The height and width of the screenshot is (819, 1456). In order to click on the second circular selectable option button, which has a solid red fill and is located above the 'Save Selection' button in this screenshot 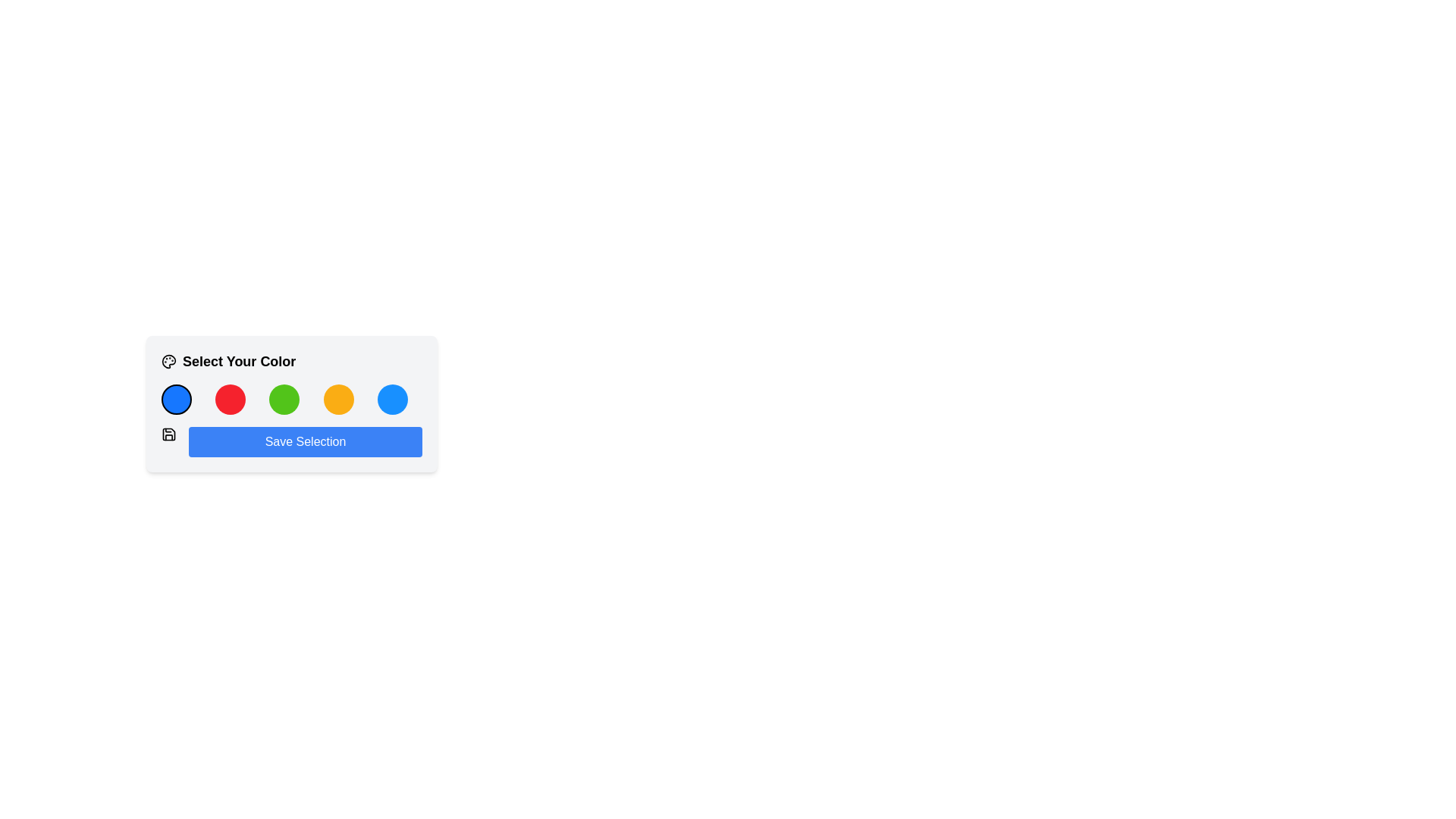, I will do `click(230, 399)`.